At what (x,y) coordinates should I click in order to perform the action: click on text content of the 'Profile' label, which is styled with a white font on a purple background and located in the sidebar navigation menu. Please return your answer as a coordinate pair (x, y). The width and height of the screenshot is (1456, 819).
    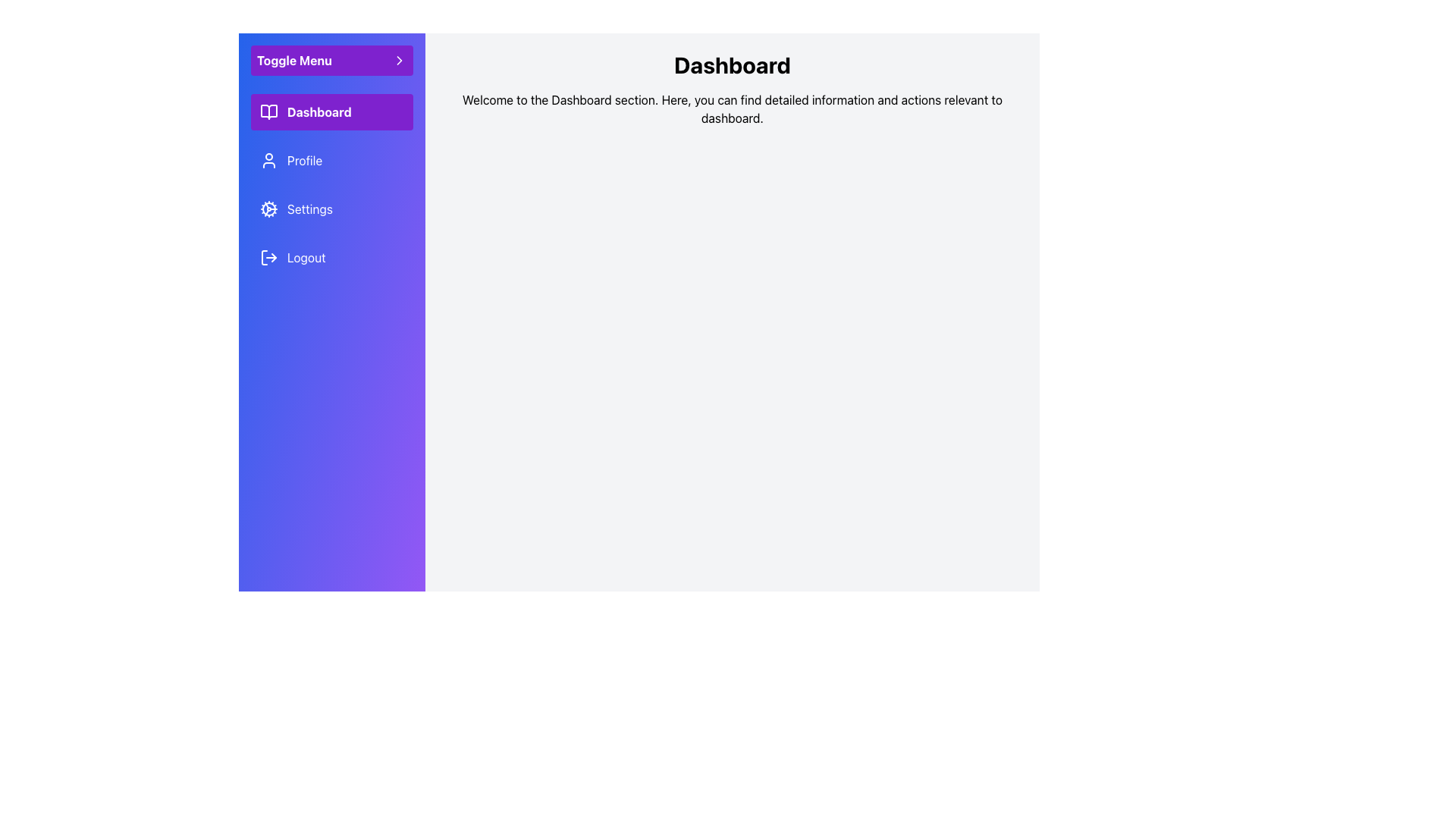
    Looking at the image, I should click on (304, 161).